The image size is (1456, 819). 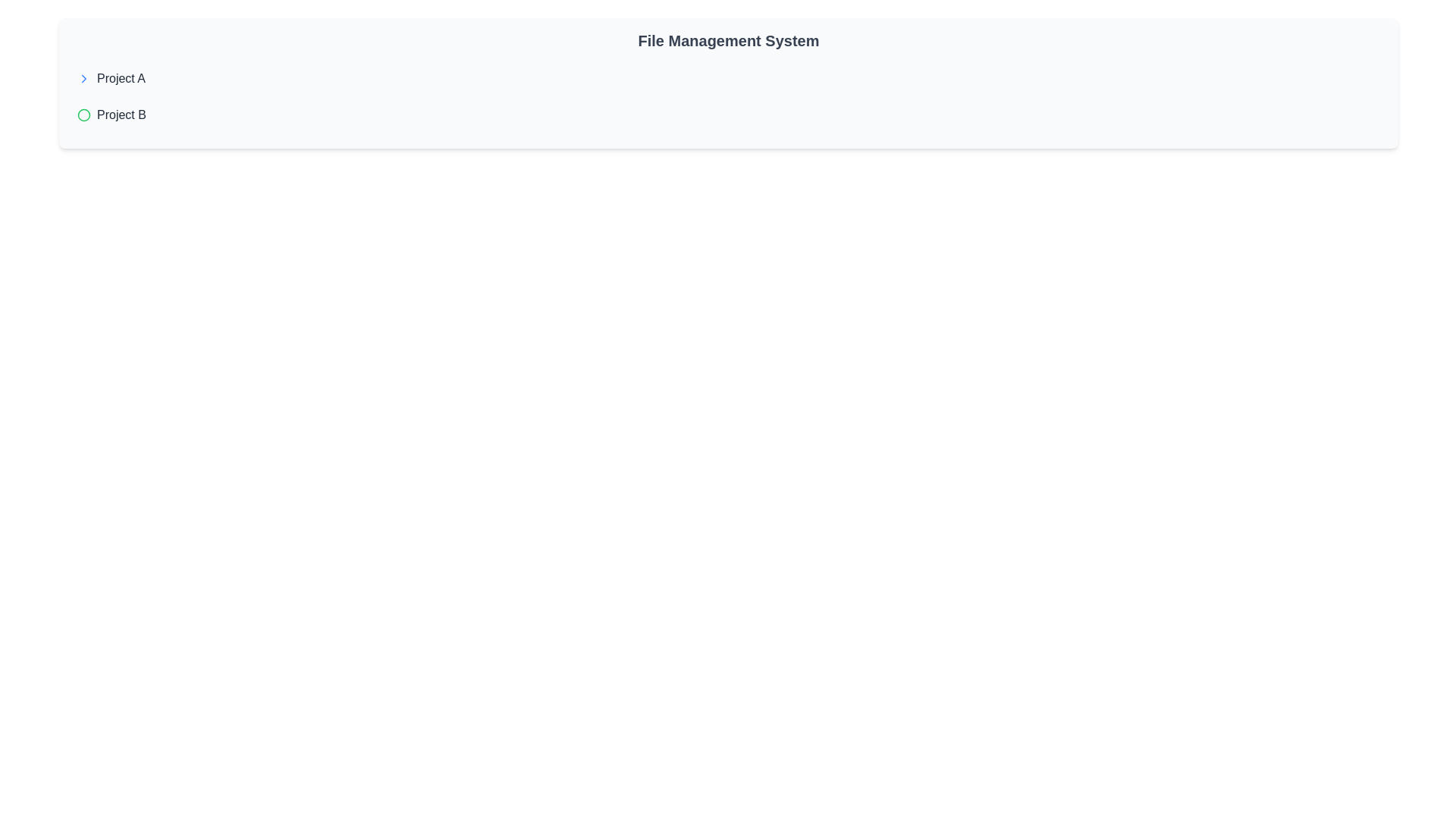 What do you see at coordinates (83, 79) in the screenshot?
I see `the blue chevron icon located to the left of the label 'Project A' in the item list` at bounding box center [83, 79].